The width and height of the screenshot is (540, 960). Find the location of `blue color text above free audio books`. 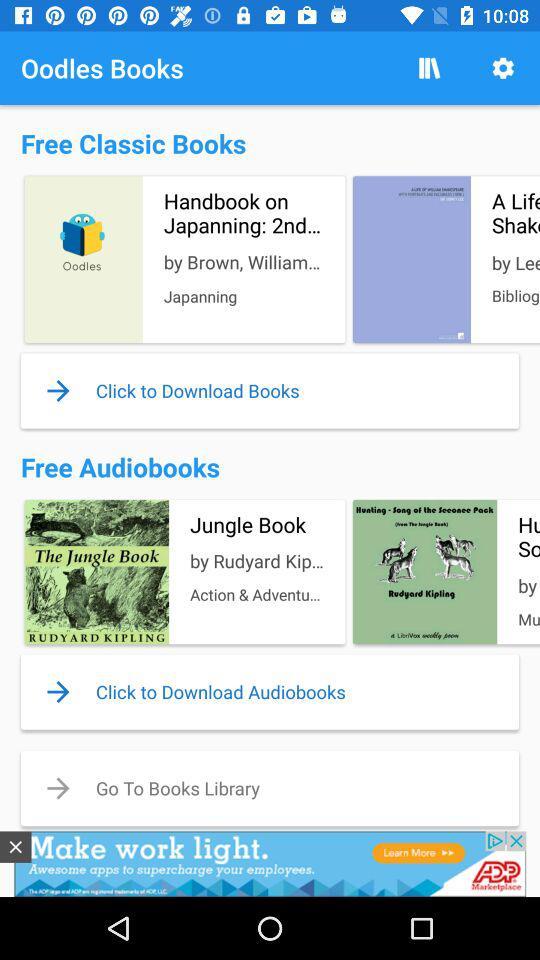

blue color text above free audio books is located at coordinates (270, 390).